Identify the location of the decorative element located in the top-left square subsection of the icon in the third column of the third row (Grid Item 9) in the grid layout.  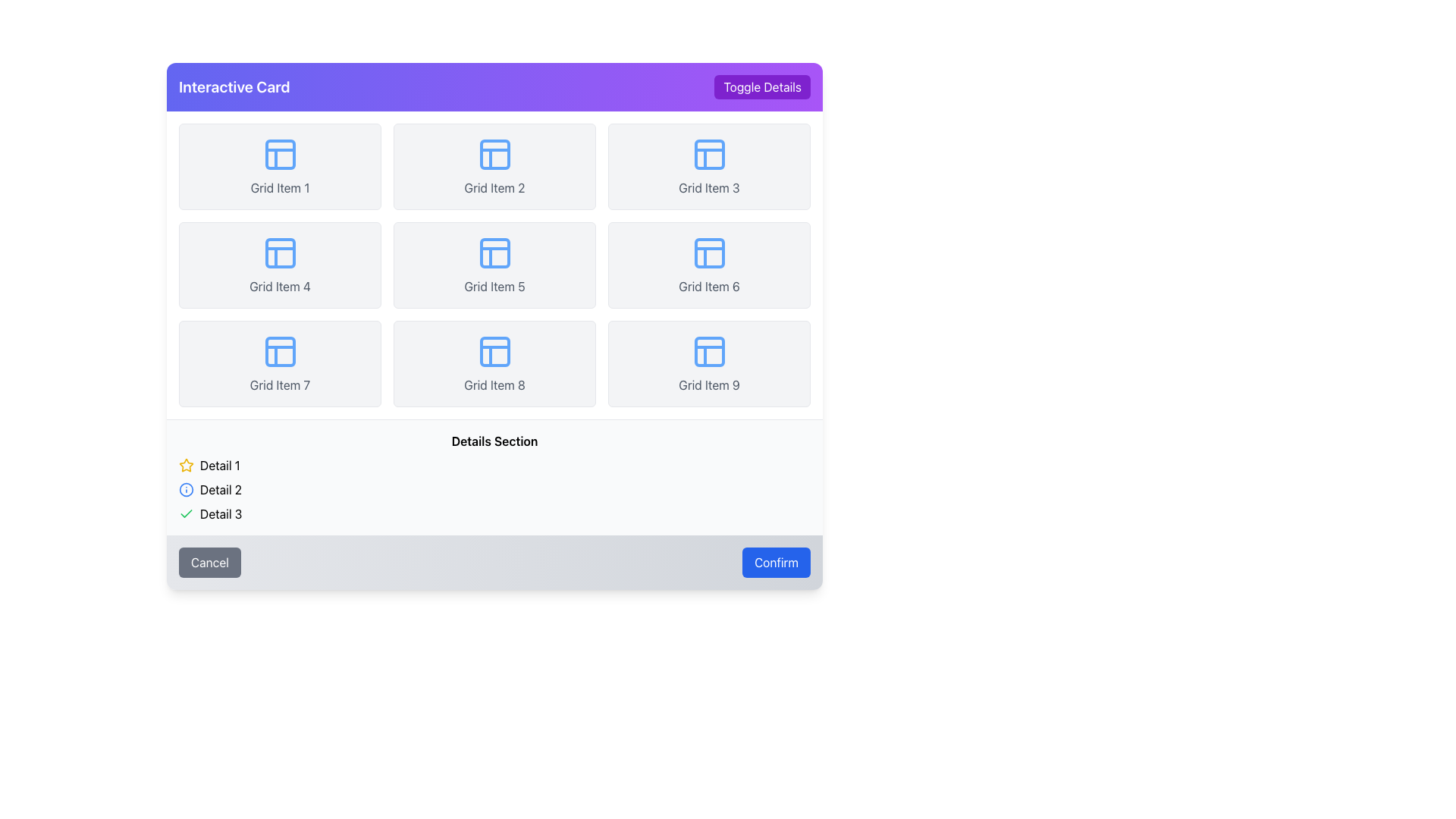
(708, 351).